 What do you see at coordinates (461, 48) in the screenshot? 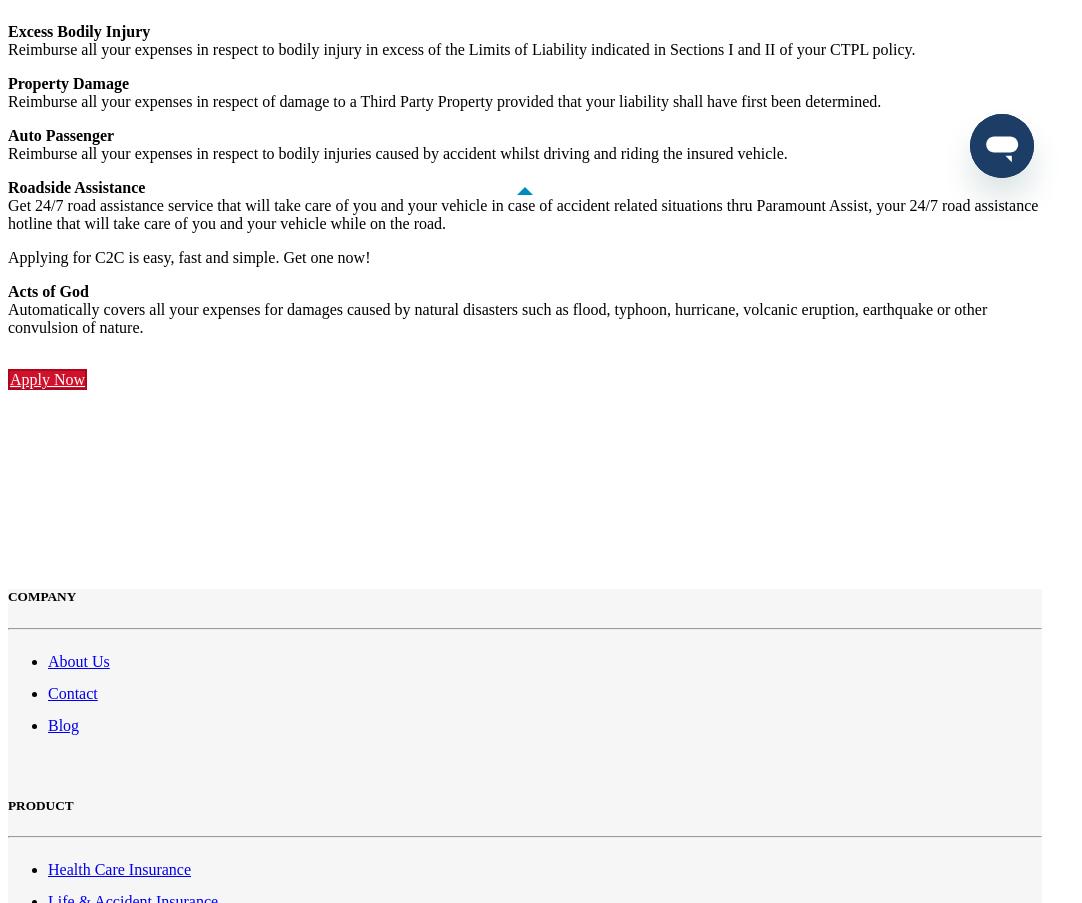
I see `'Reimburse all your expenses in respect to bodily injury in excess of the Limits of Liability indicated in Sections I and II of your CTPL policy.'` at bounding box center [461, 48].